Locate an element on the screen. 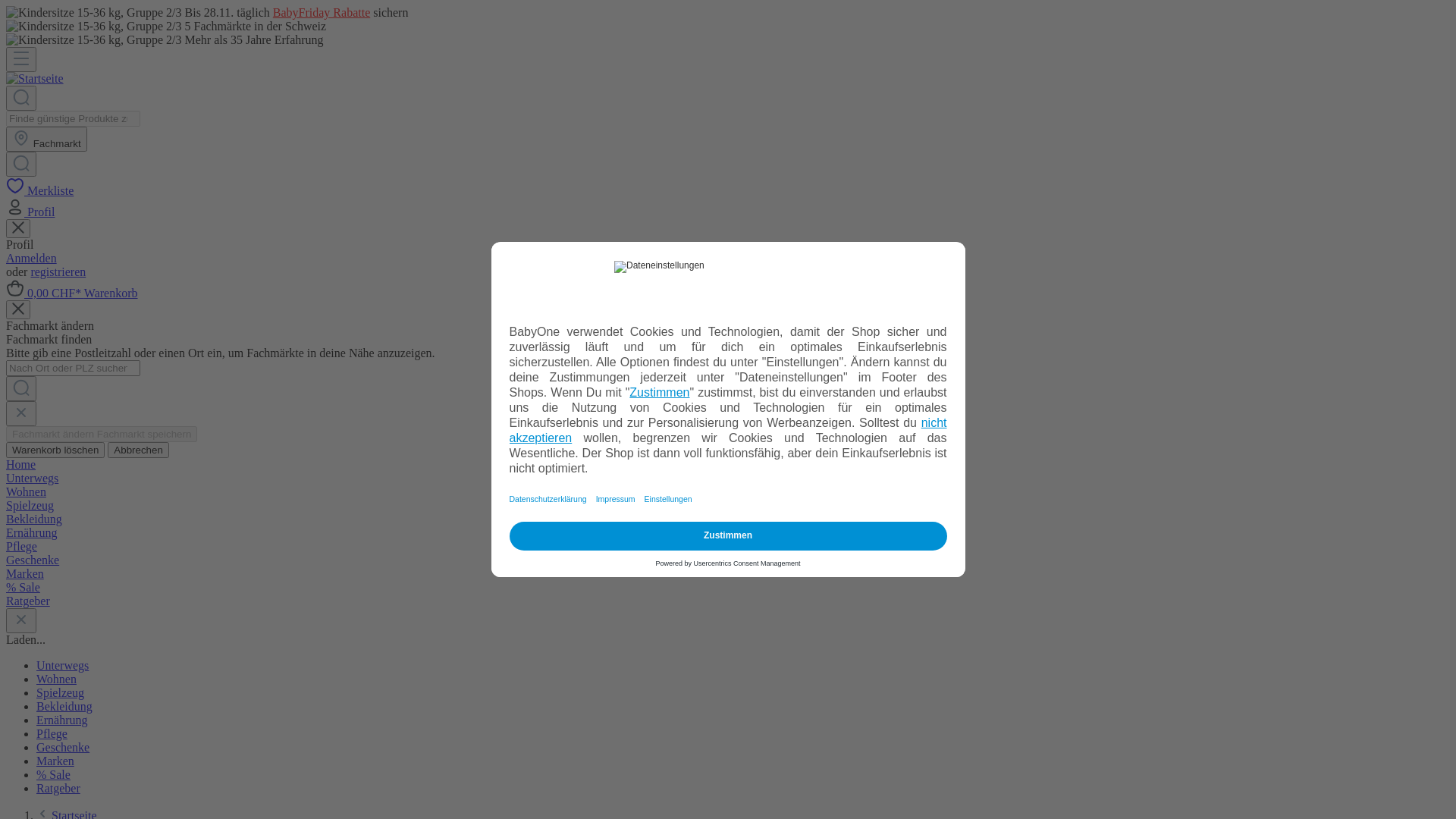 The image size is (1456, 819). 'Anmelden' is located at coordinates (31, 257).